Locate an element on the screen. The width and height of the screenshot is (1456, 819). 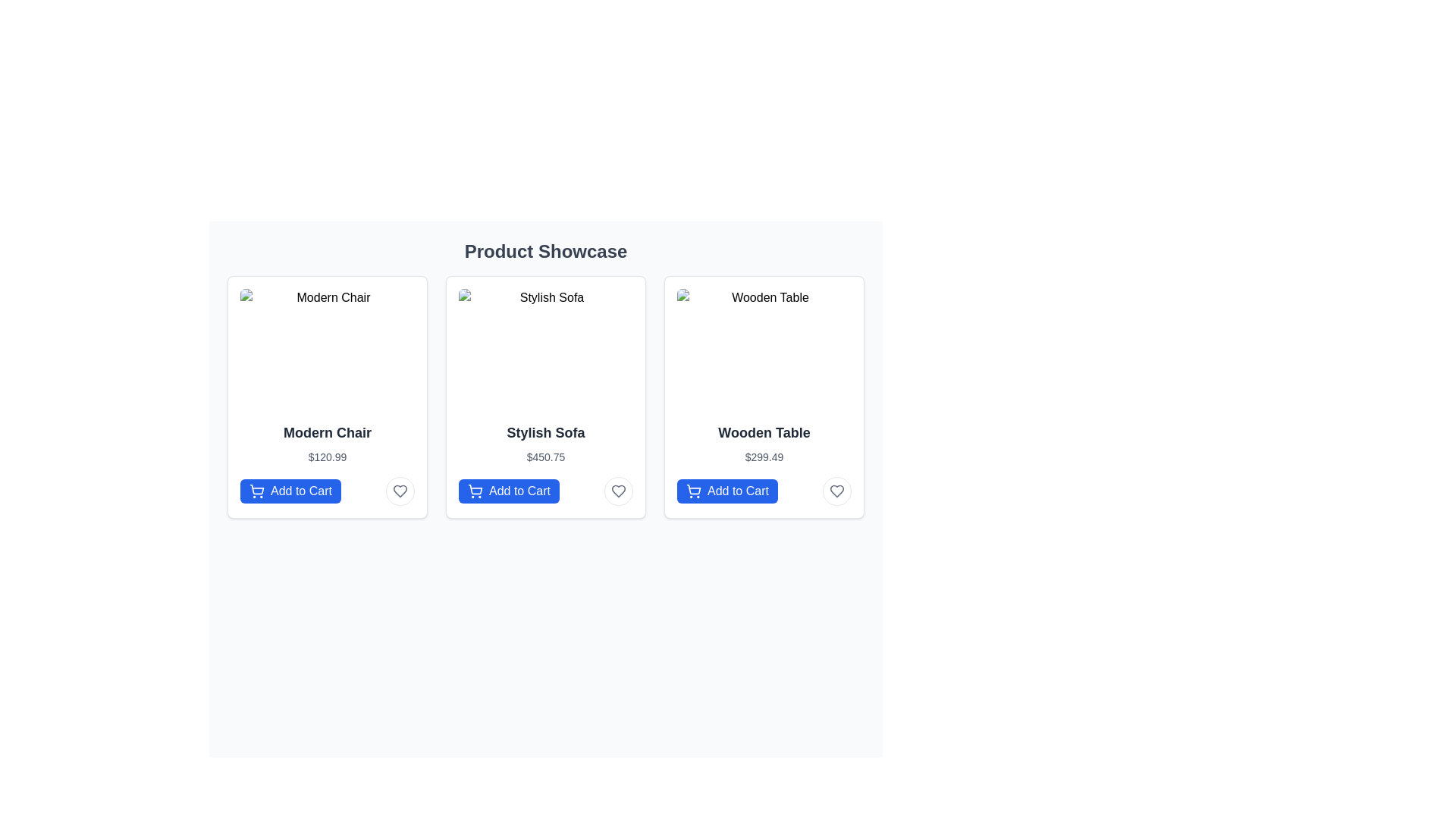
the text label displaying the price '$120.99', which is positioned below the 'Modern Chair' and above the 'Add to Cart' button is located at coordinates (327, 456).